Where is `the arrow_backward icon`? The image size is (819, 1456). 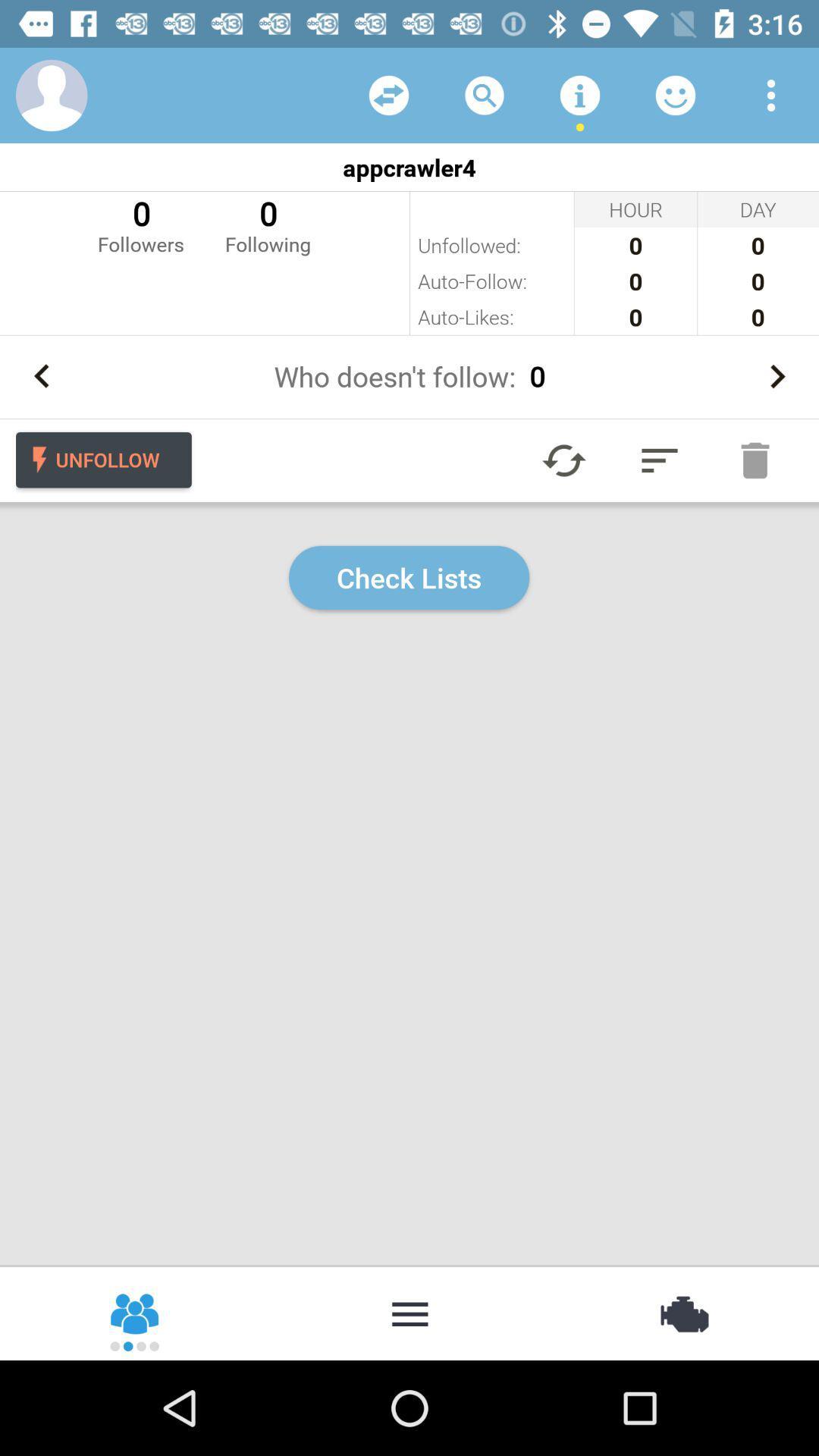 the arrow_backward icon is located at coordinates (41, 376).